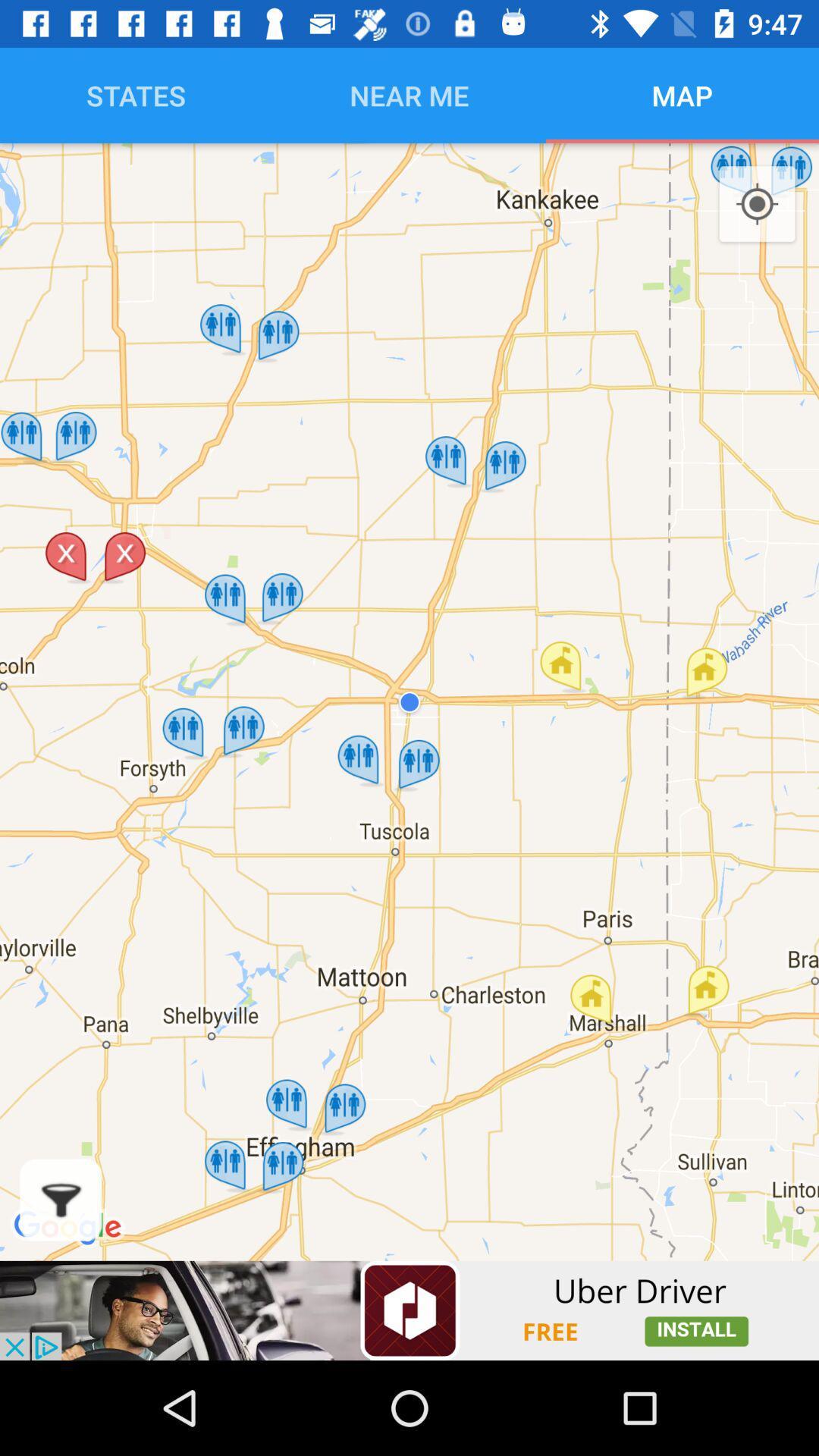 This screenshot has height=1456, width=819. I want to click on show fileters, so click(60, 1199).